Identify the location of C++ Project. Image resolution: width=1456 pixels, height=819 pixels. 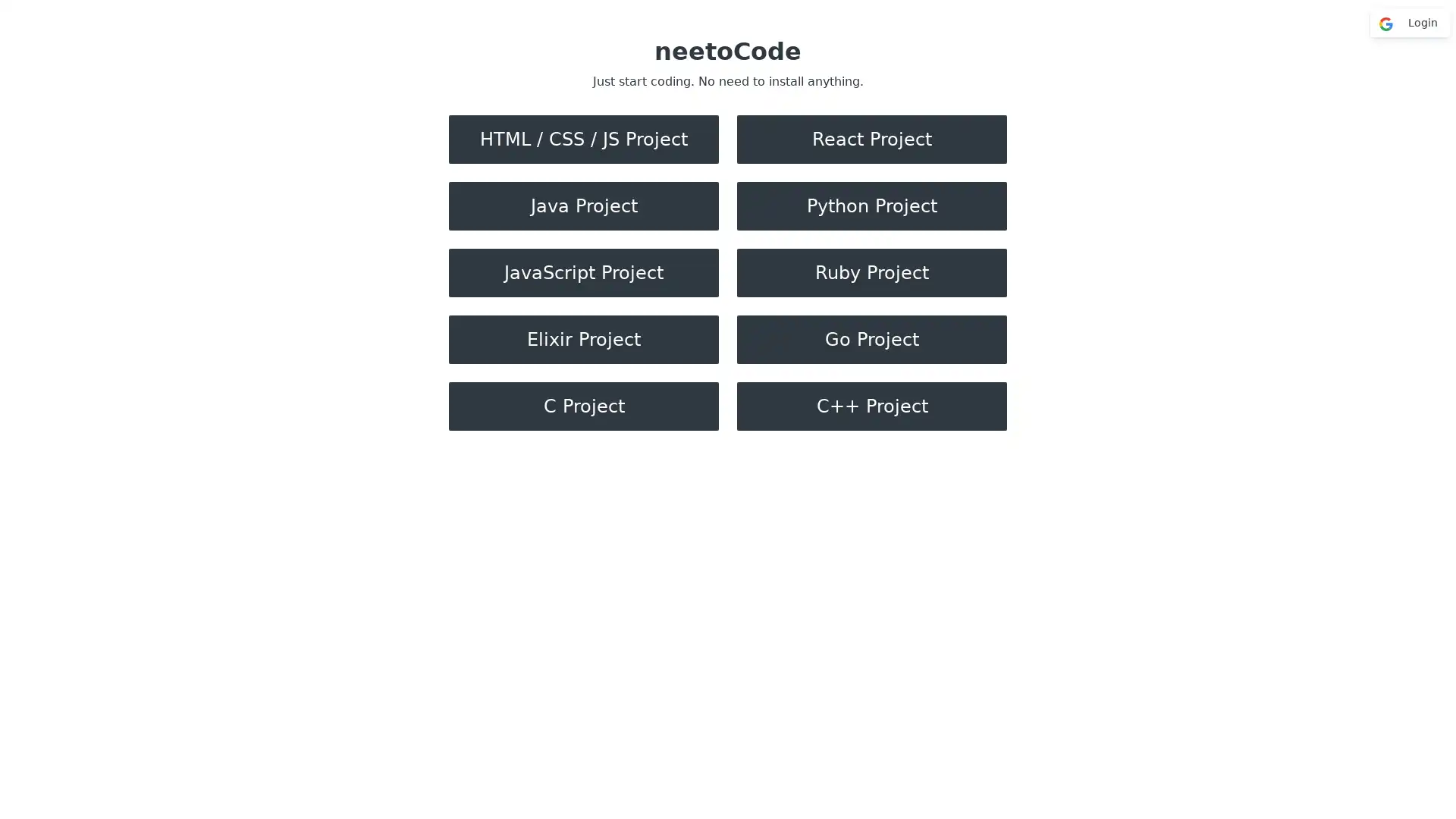
(872, 406).